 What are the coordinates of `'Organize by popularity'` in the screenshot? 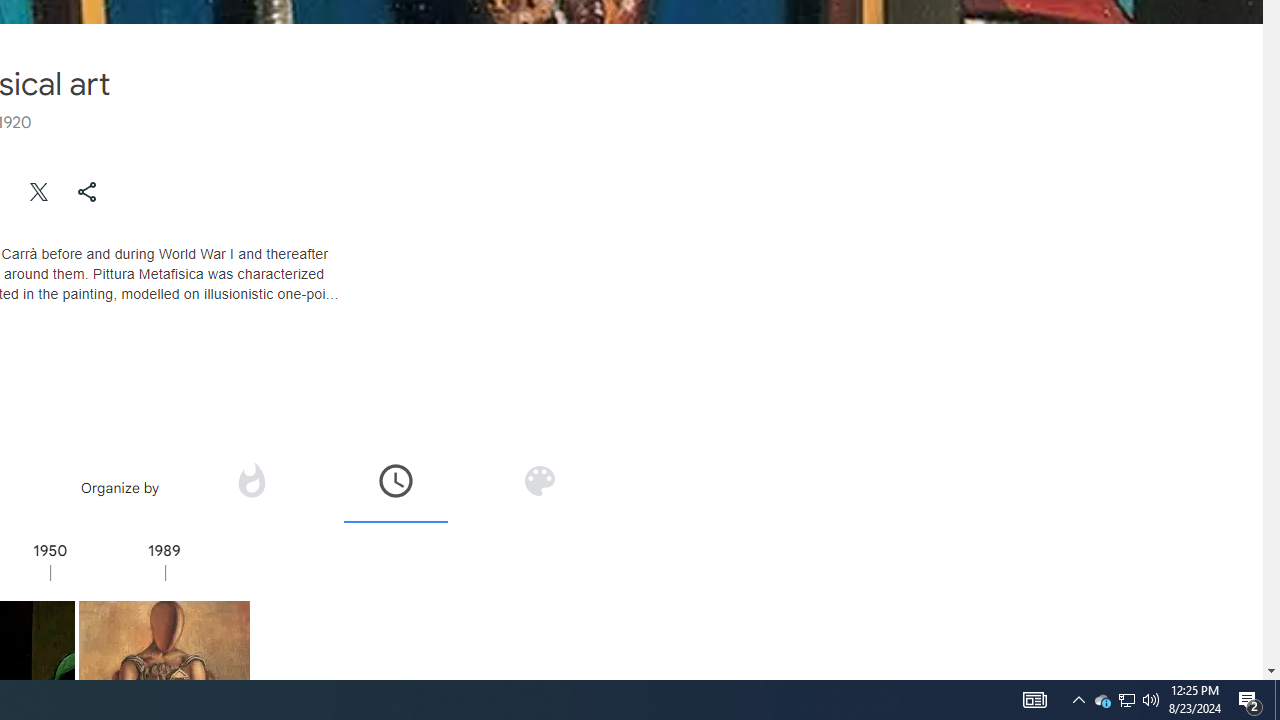 It's located at (249, 480).